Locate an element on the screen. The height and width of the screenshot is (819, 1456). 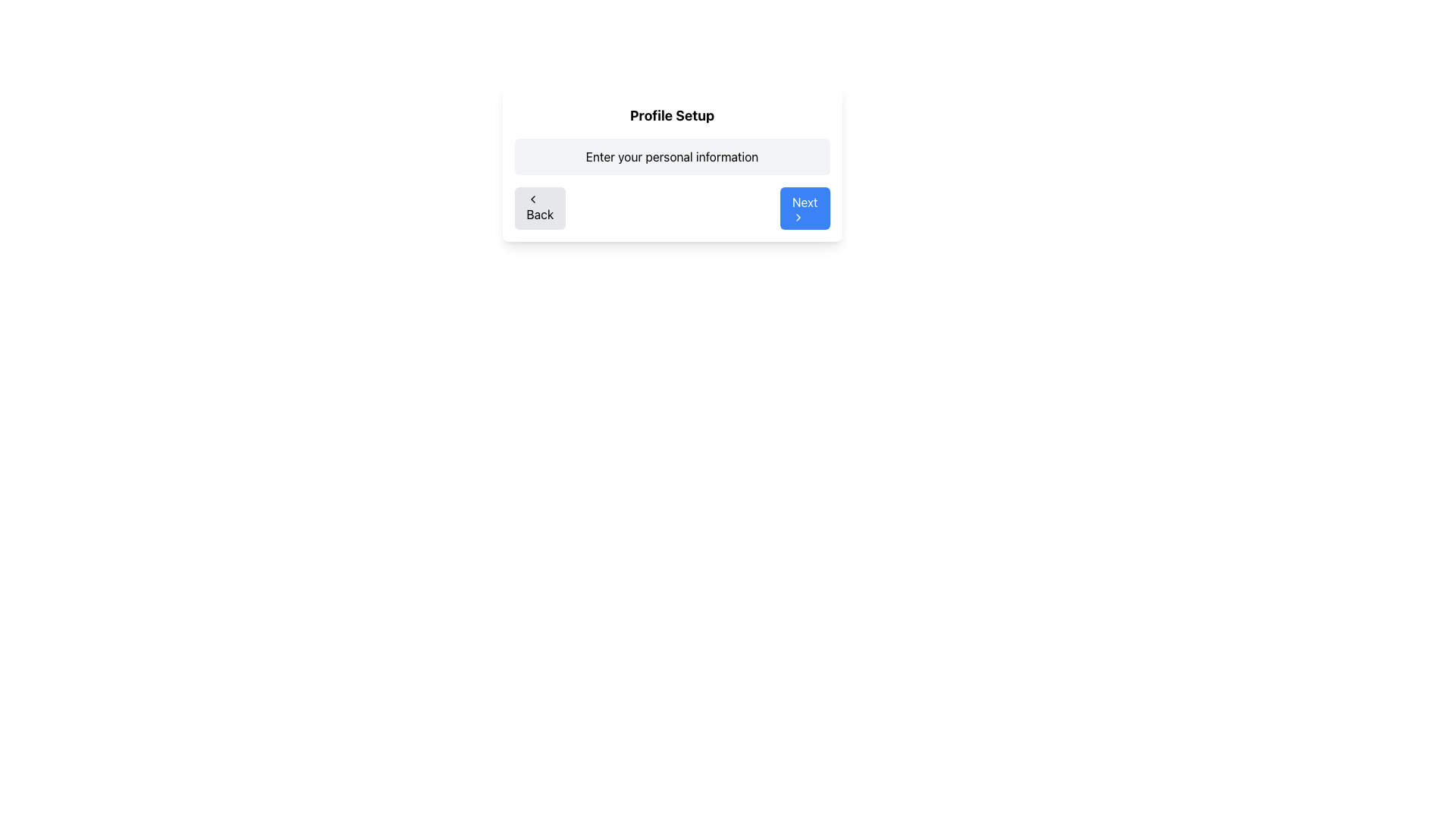
blank space between the 'Back' and 'Next' buttons of the Navigation control located below the text 'Enter your personal information' is located at coordinates (671, 208).